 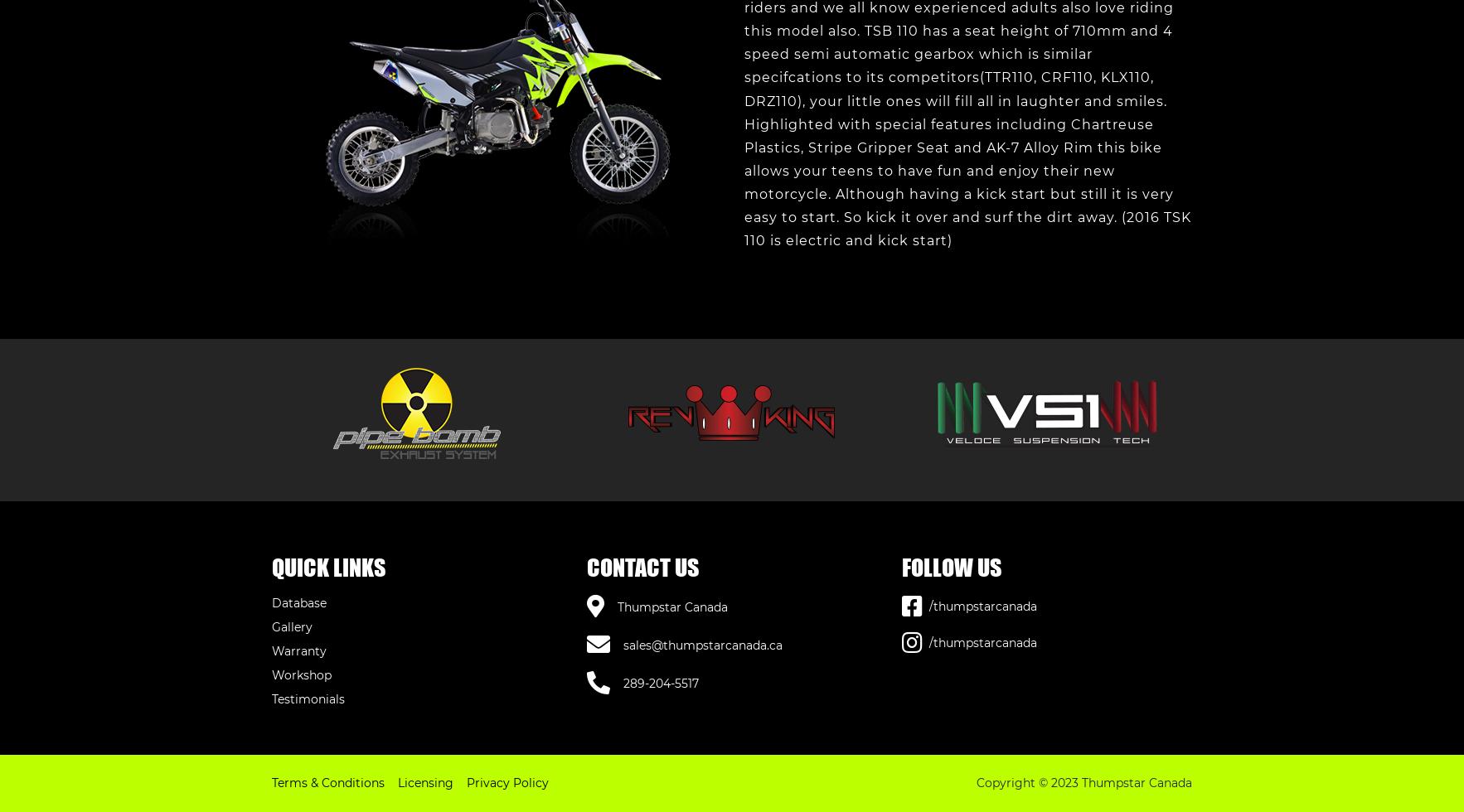 I want to click on 'Gallery', so click(x=291, y=626).